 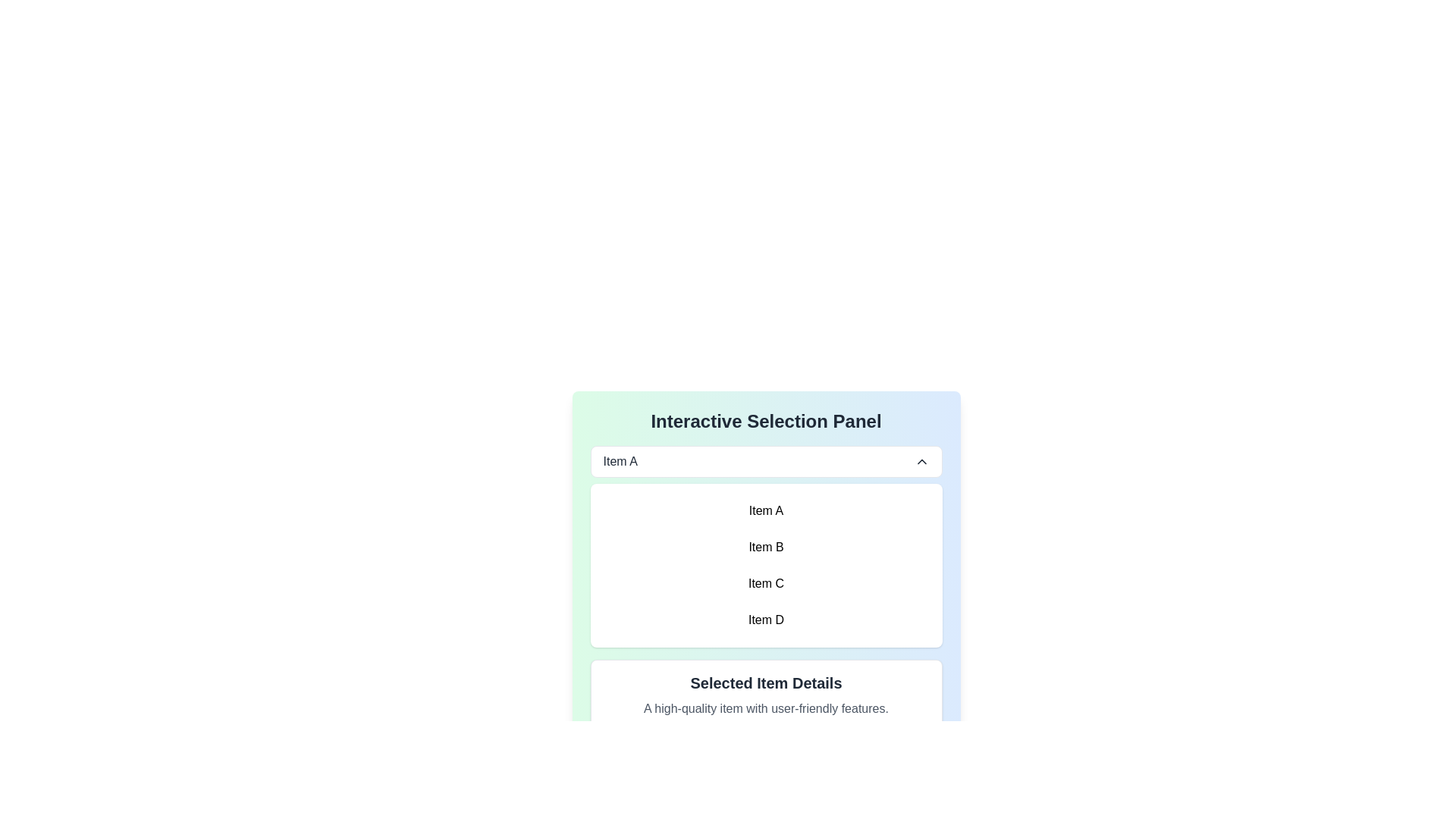 What do you see at coordinates (766, 583) in the screenshot?
I see `the List item element labeled 'Item C', which is the third item in the vertically stacked list within the 'Interactive Selection Panel'` at bounding box center [766, 583].